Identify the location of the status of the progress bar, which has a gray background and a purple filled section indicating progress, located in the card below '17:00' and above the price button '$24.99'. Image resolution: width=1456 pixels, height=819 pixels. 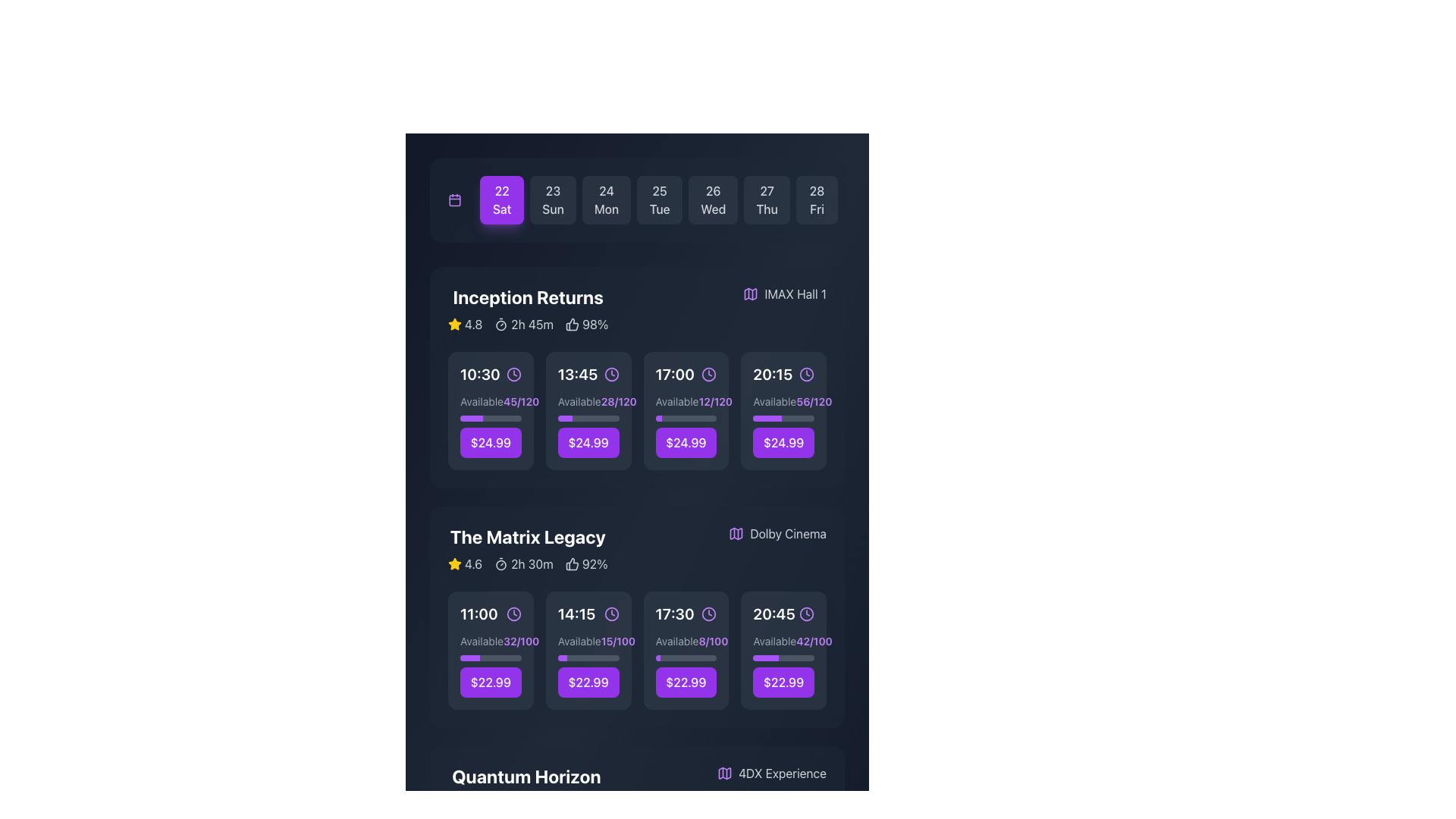
(685, 418).